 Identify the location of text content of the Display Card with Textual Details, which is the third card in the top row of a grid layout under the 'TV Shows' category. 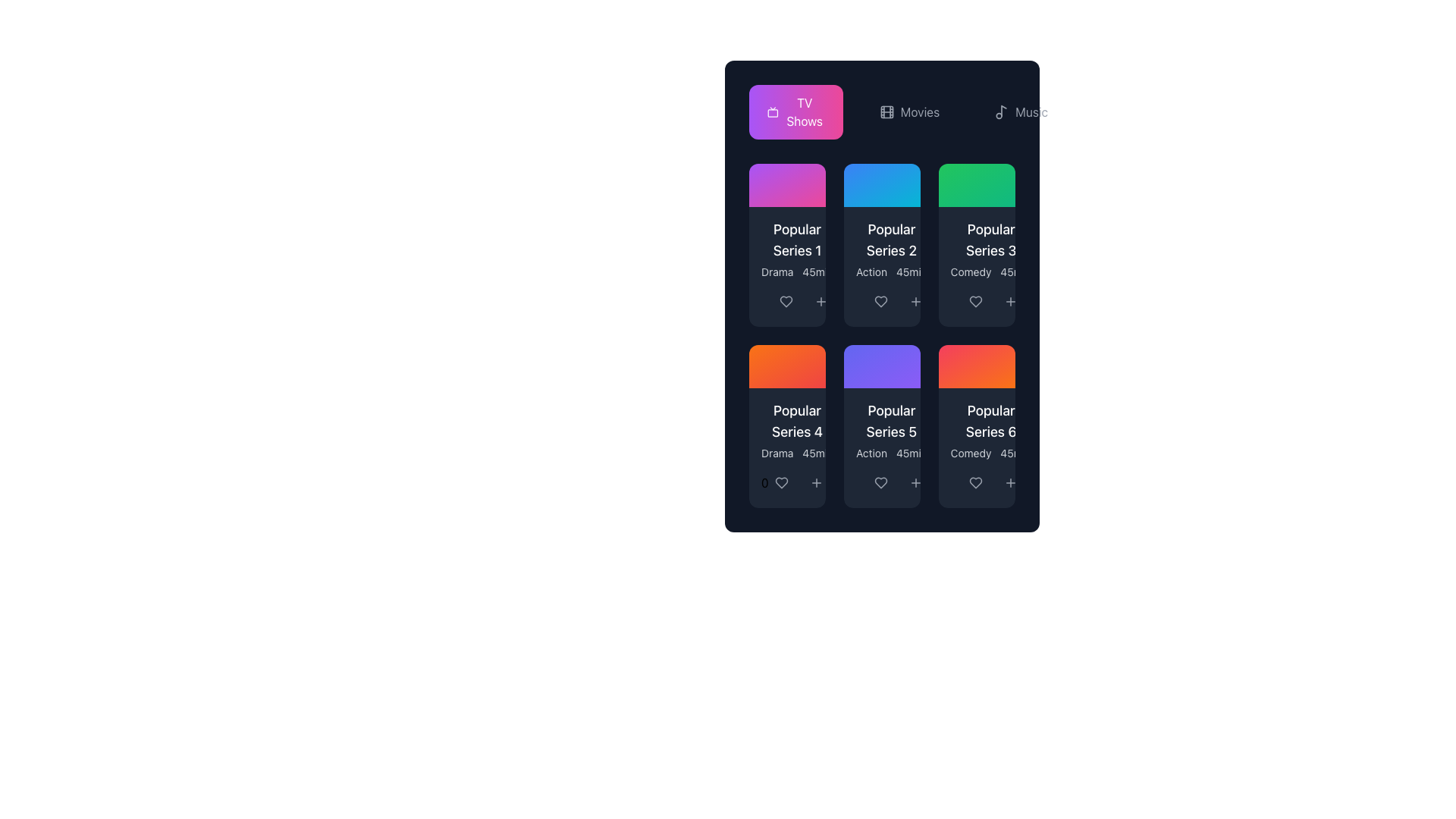
(977, 248).